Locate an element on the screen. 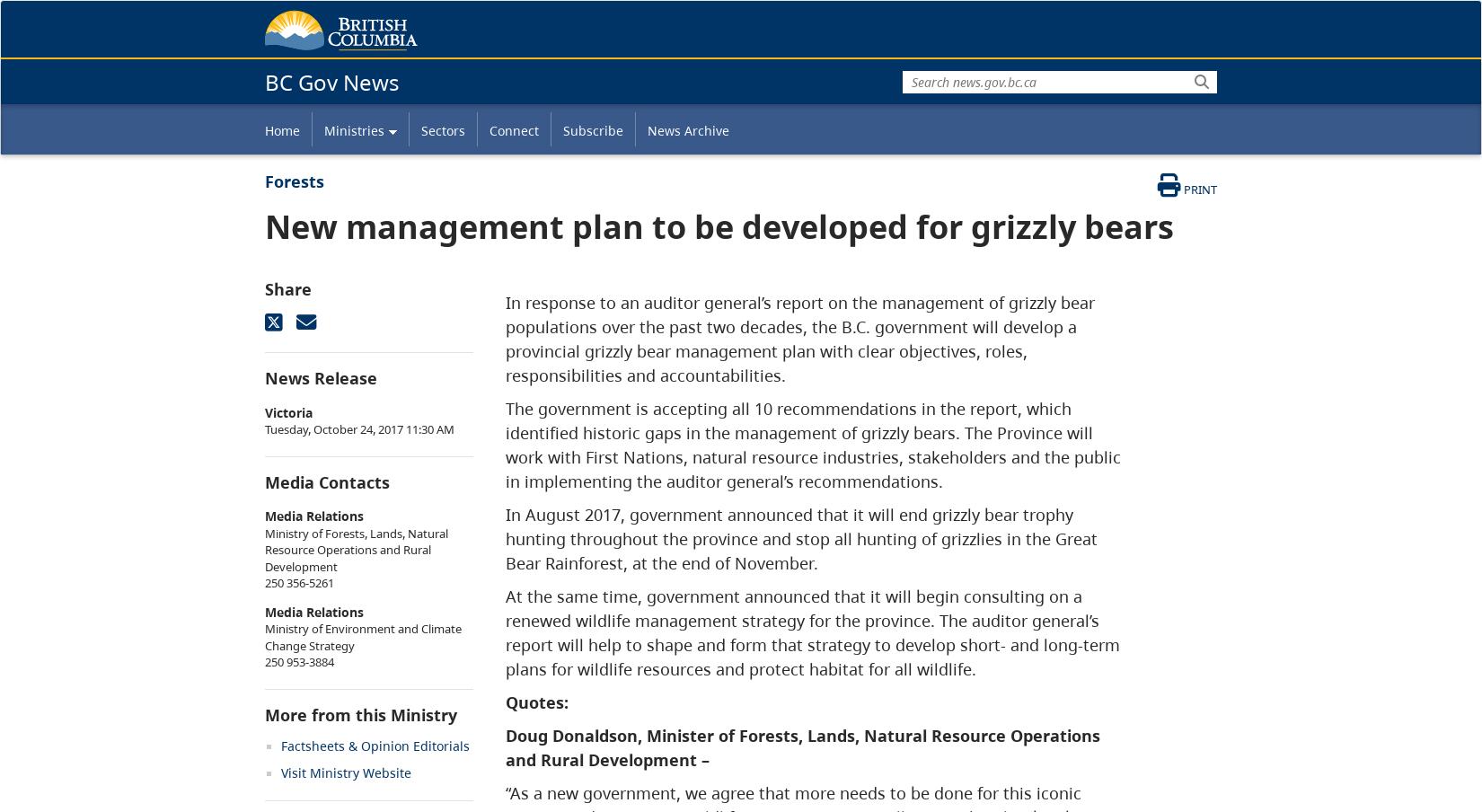 This screenshot has width=1482, height=812. 'Ministry of Forests, Lands, Natural Resource Operations and Rural Development' is located at coordinates (356, 548).